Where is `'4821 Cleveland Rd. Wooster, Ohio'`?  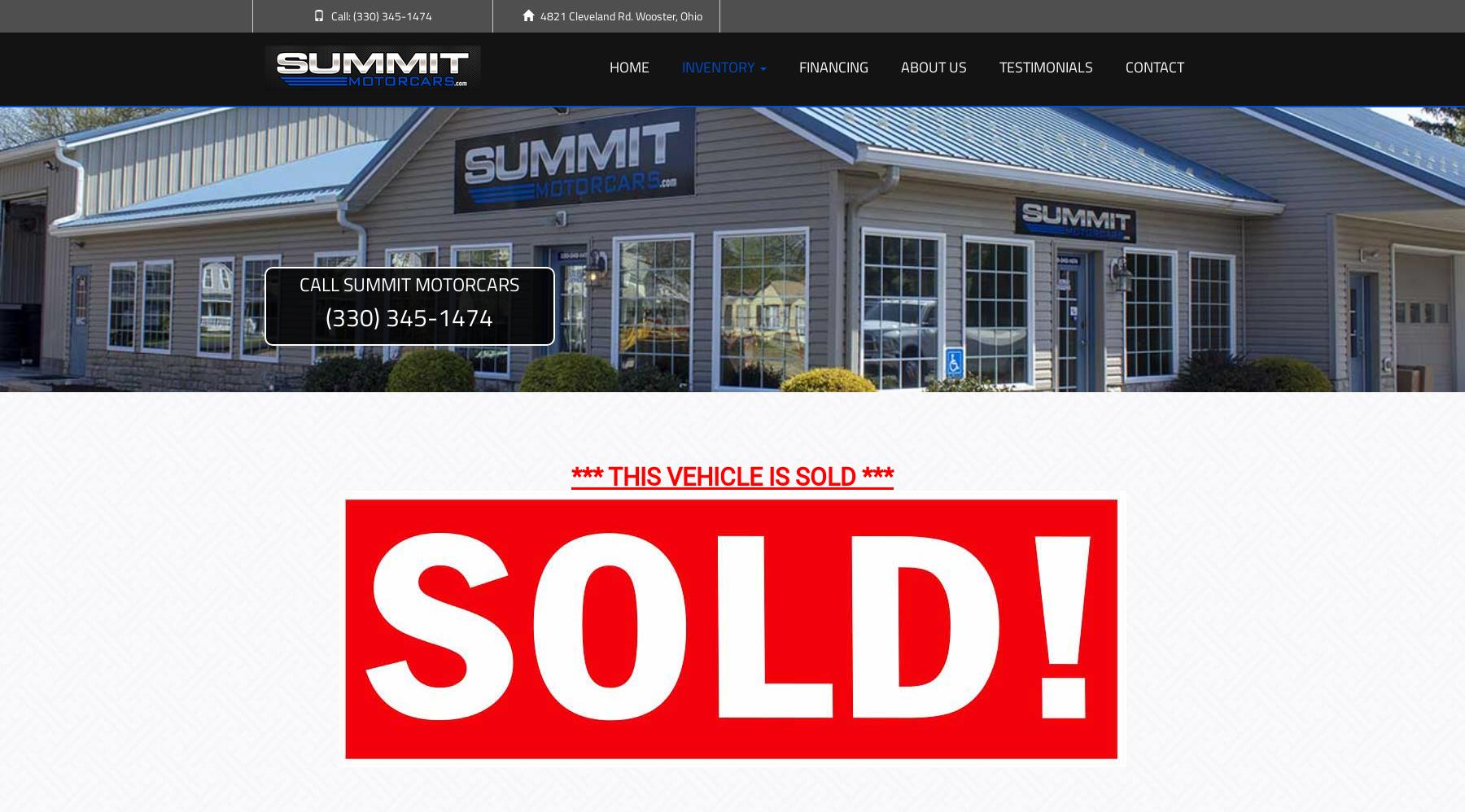 '4821 Cleveland Rd. Wooster, Ohio' is located at coordinates (620, 15).